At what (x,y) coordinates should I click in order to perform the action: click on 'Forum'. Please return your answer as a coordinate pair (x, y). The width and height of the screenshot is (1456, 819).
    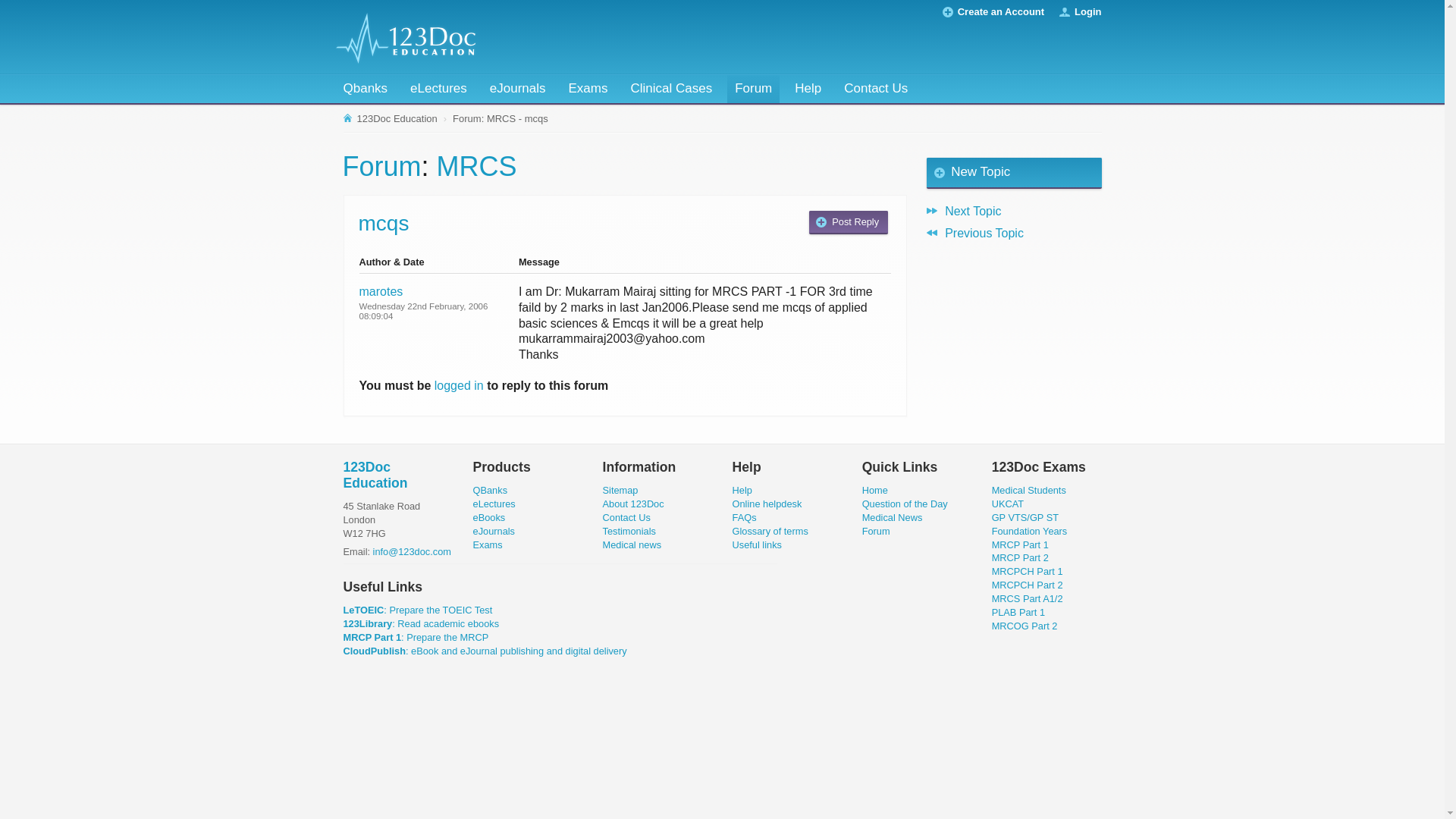
    Looking at the image, I should click on (382, 166).